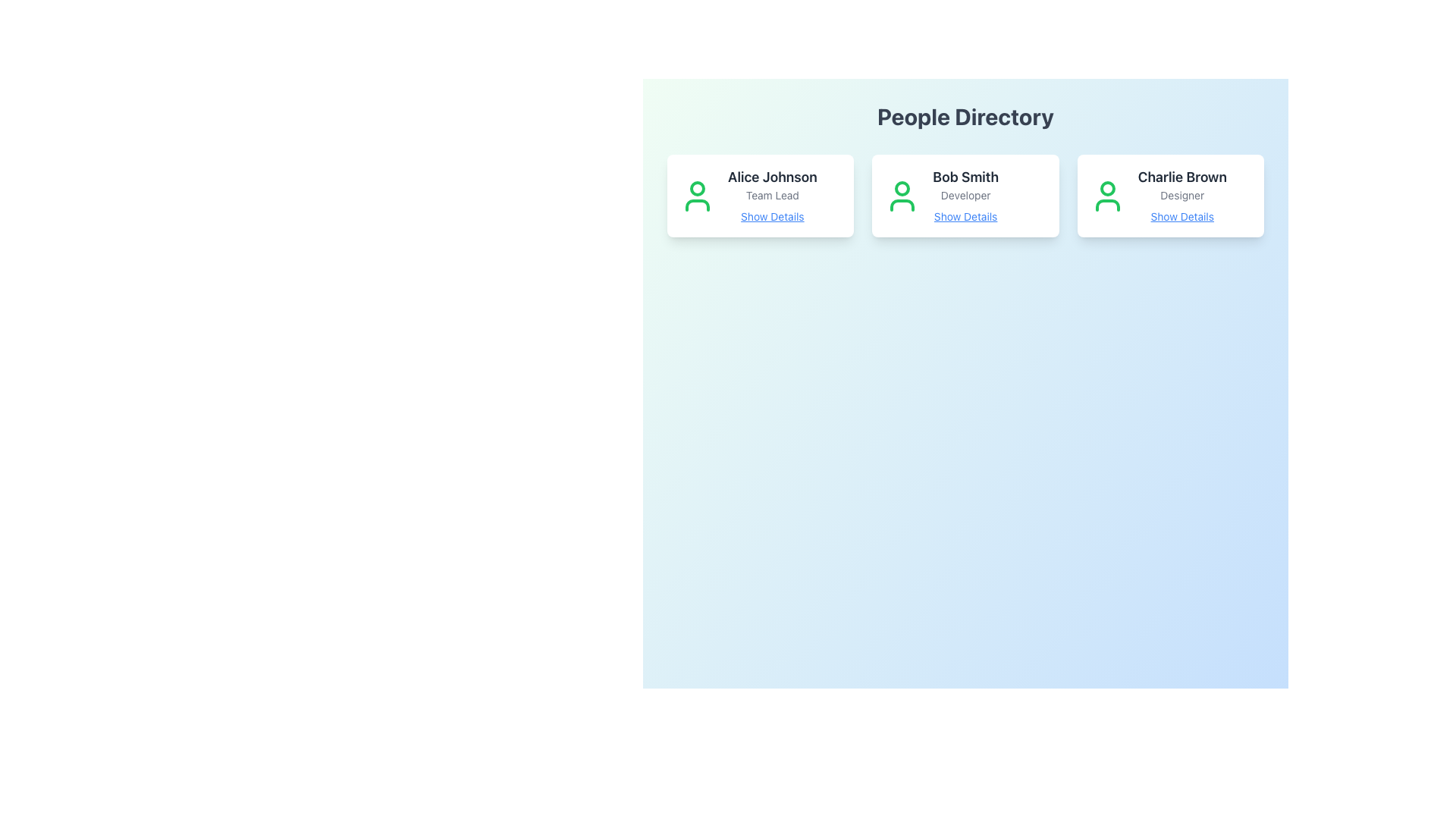 The width and height of the screenshot is (1456, 819). Describe the element at coordinates (697, 195) in the screenshot. I see `the green user icon representing Alice Johnson` at that location.